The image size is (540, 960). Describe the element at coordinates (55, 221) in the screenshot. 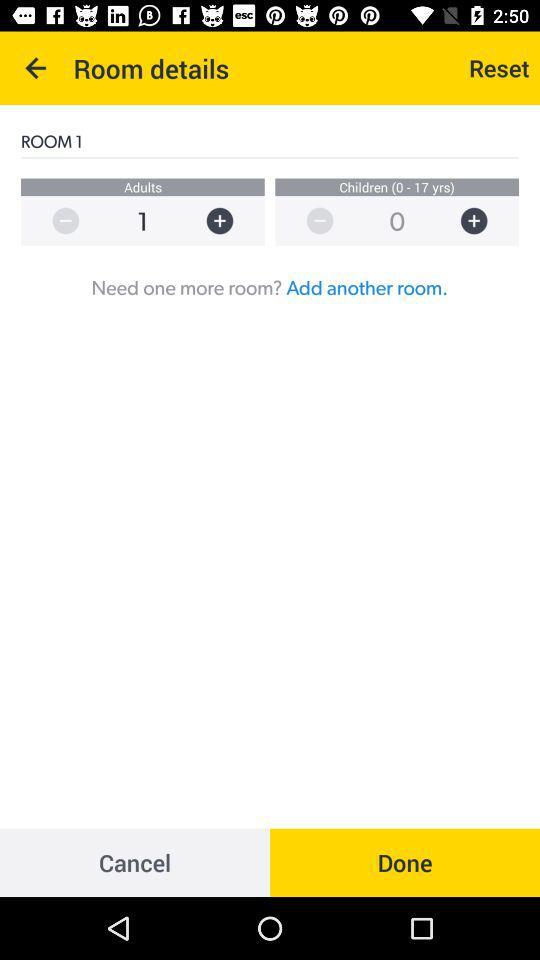

I see `decrease number` at that location.